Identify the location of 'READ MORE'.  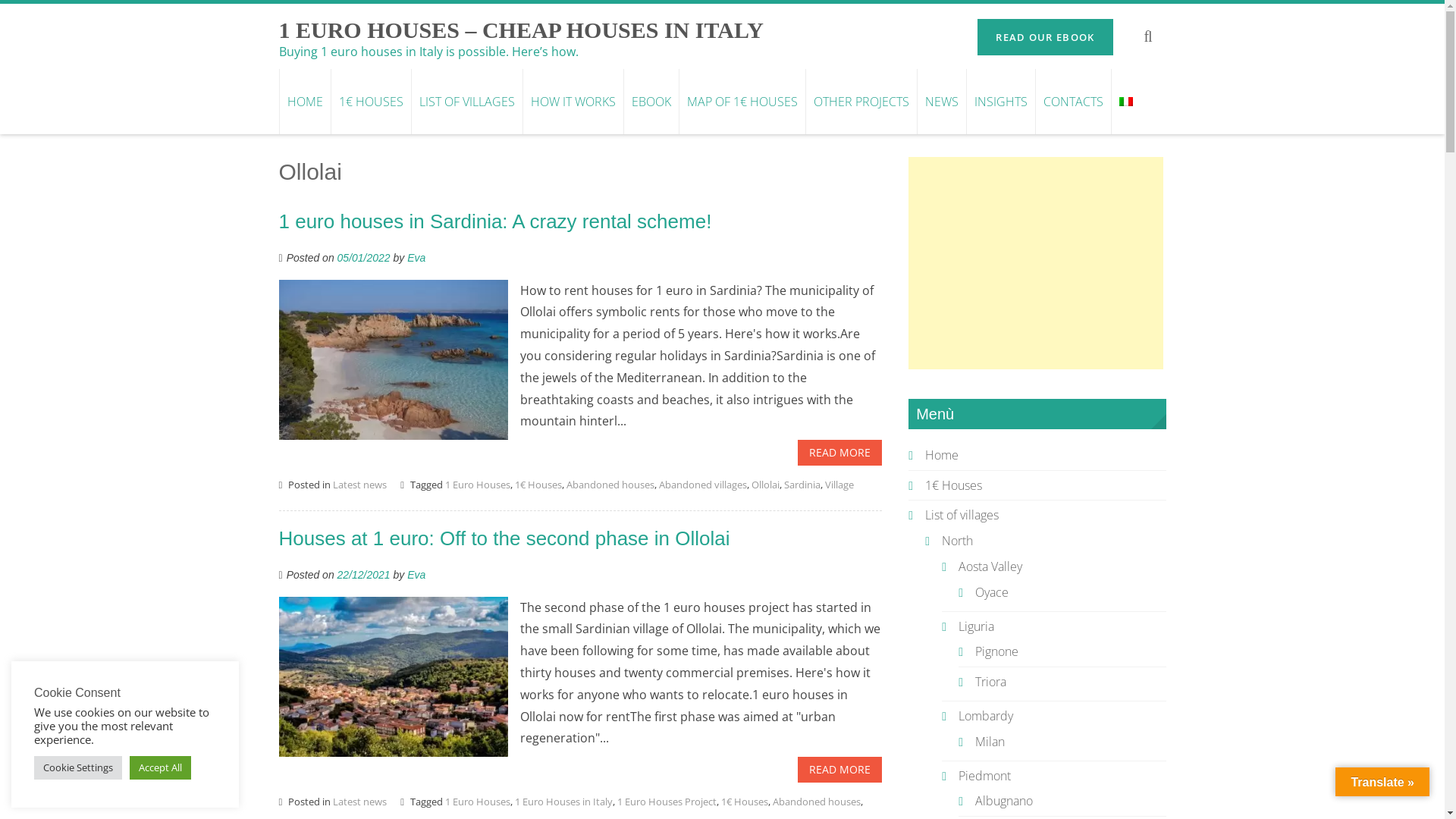
(796, 769).